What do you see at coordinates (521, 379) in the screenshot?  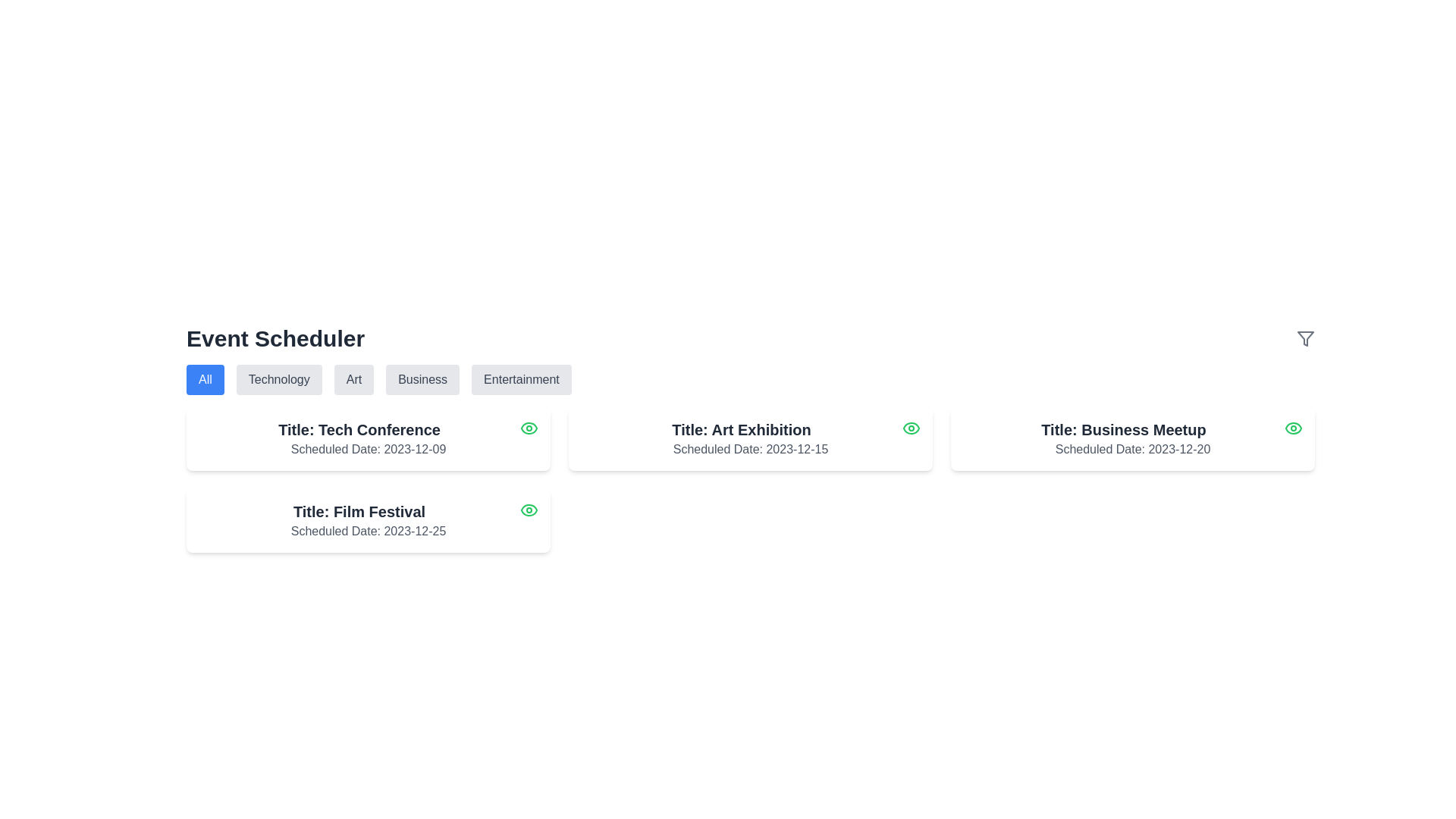 I see `the 'Entertainment' category selector button, which is the last button in a row of category buttons including 'All', 'Technology', 'Art', and 'Business'` at bounding box center [521, 379].